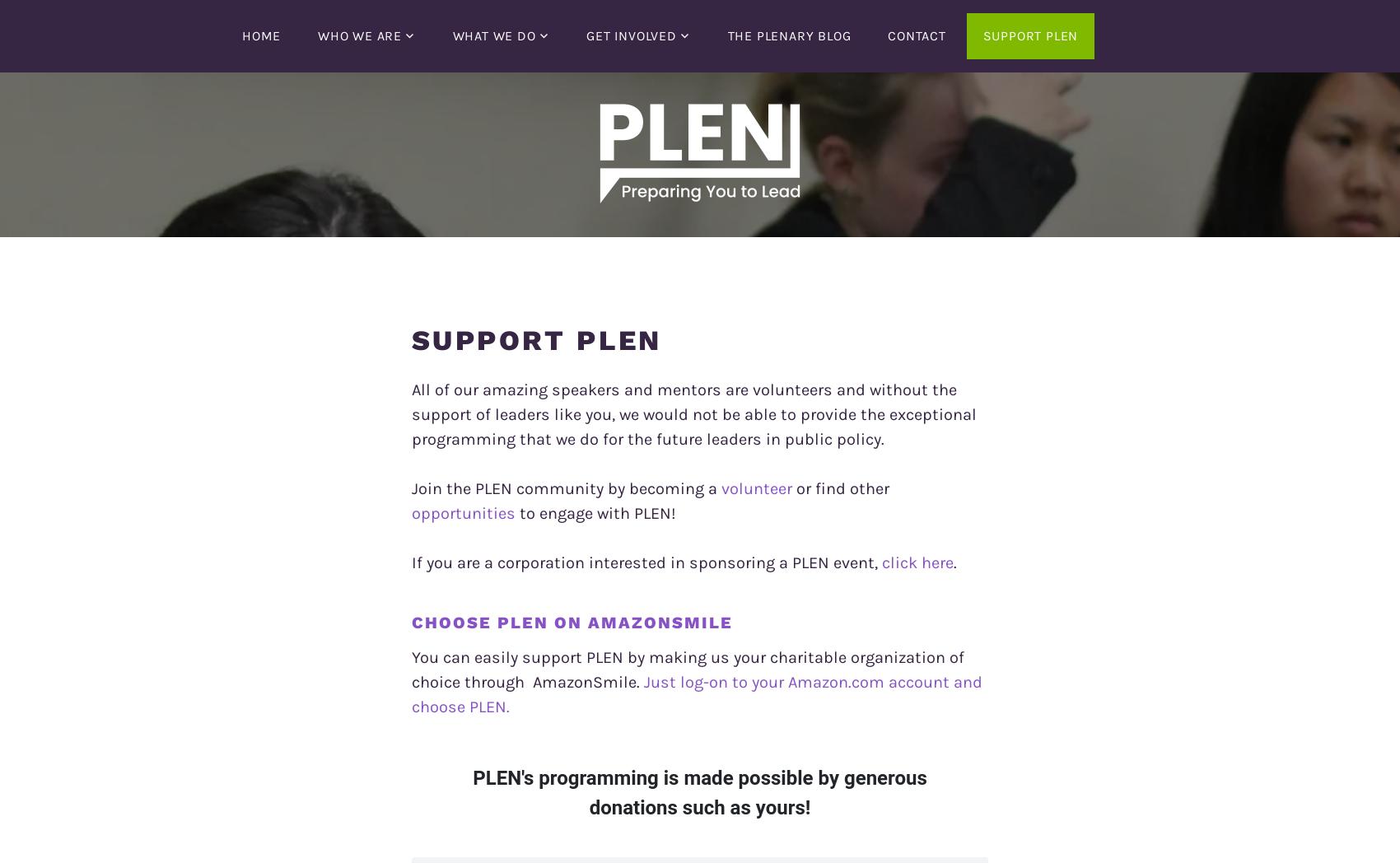 The width and height of the screenshot is (1400, 863). What do you see at coordinates (787, 35) in the screenshot?
I see `'The Plenary Blog'` at bounding box center [787, 35].